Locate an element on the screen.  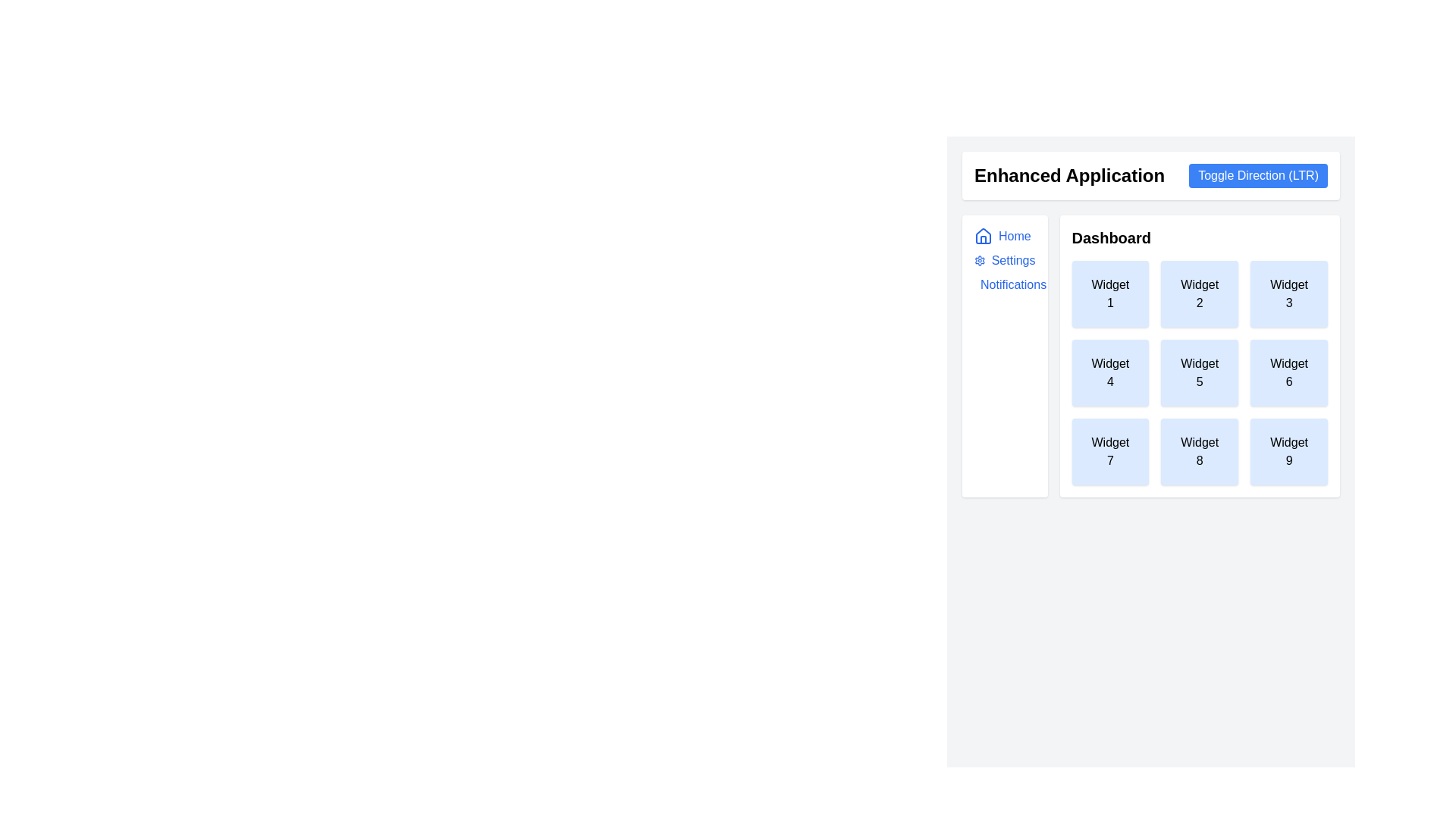
the informational widget card located in the bottom-right corner of the Dashboard section, which is the last tile in a 3x3 grid layout is located at coordinates (1288, 451).